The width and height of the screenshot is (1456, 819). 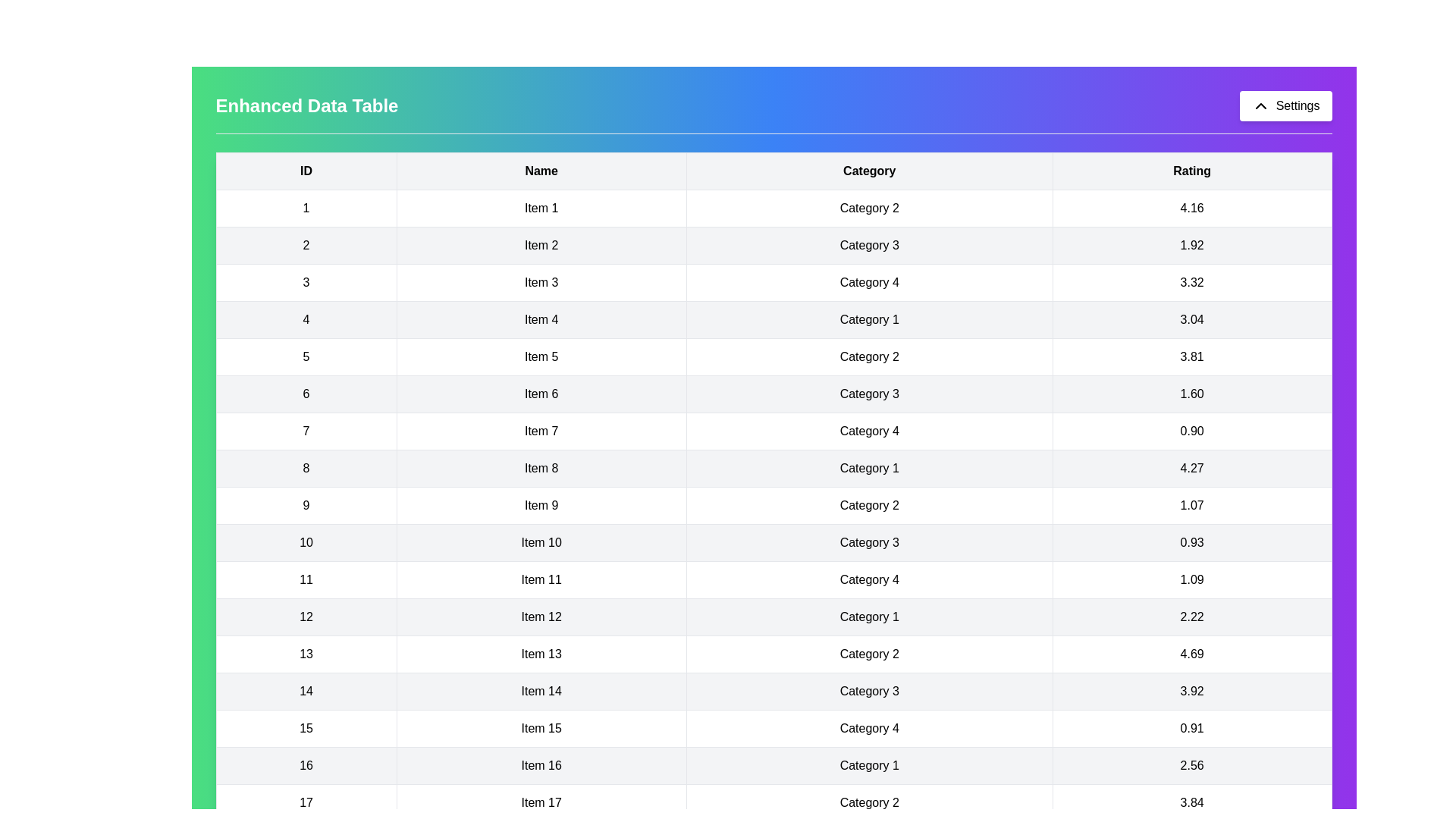 I want to click on the table header Rating to examine it, so click(x=1191, y=171).